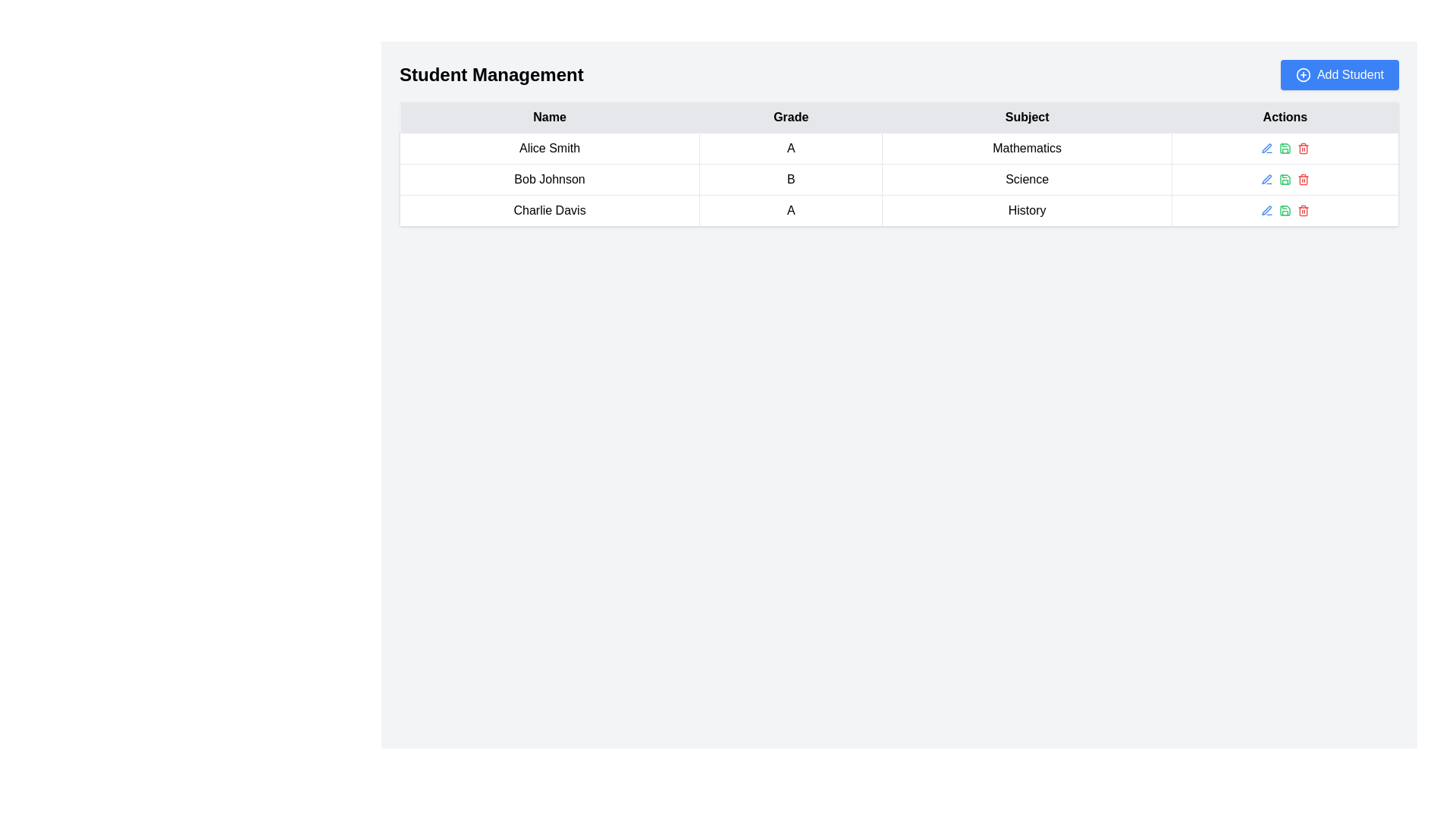 This screenshot has height=819, width=1456. I want to click on the third icon button in the 'Actions' column of the last row in the table, so click(1302, 149).